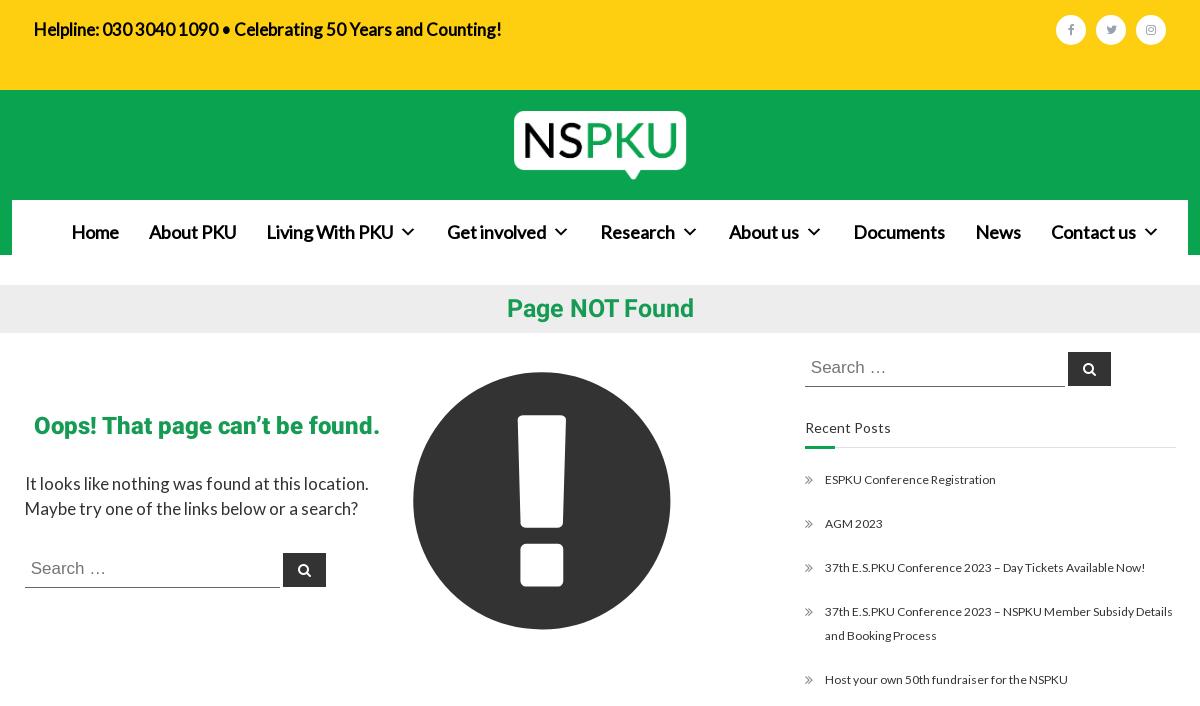 The image size is (1200, 706). Describe the element at coordinates (505, 308) in the screenshot. I see `'Page NOT Found'` at that location.